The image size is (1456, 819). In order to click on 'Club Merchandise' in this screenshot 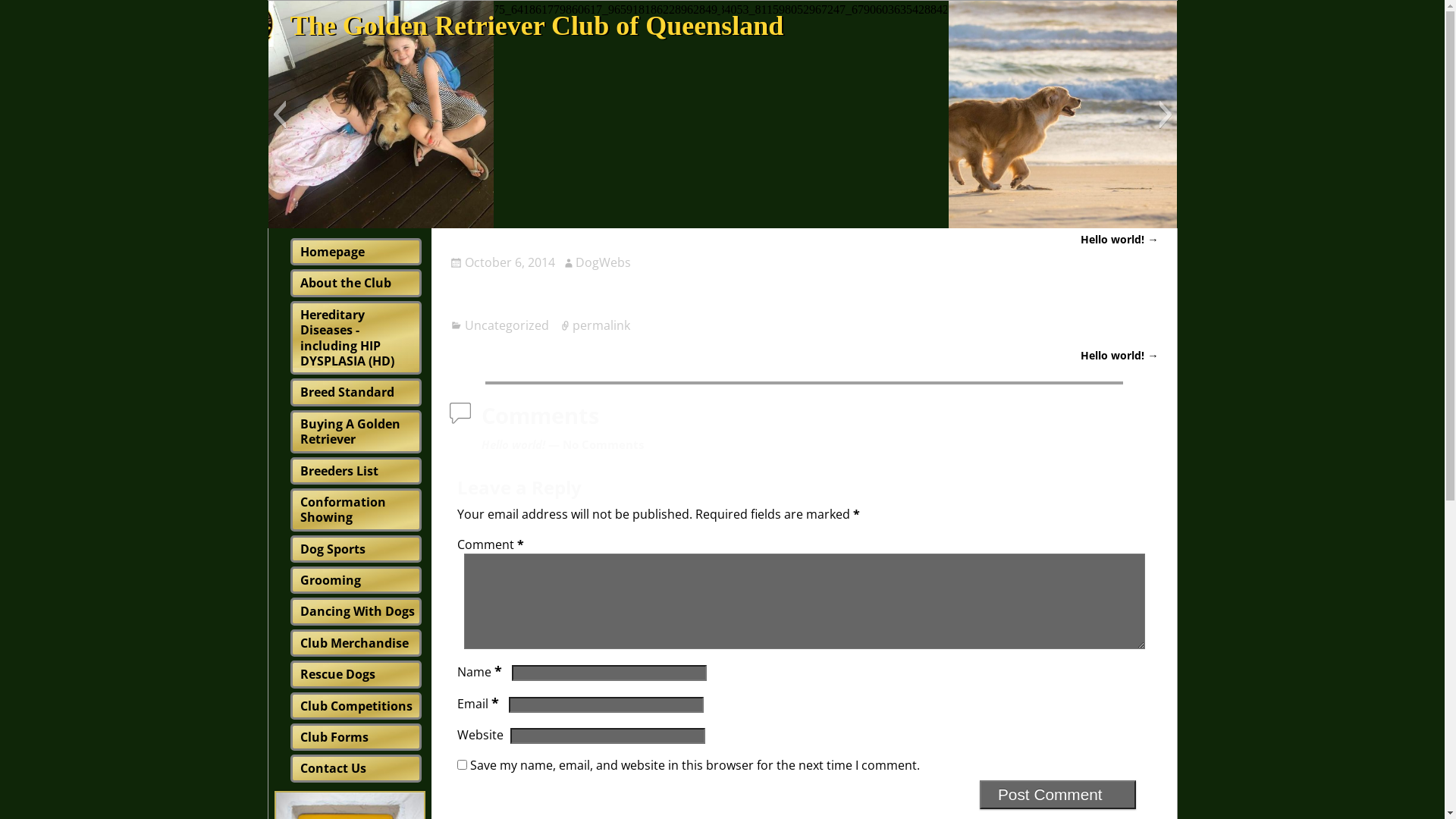, I will do `click(353, 643)`.